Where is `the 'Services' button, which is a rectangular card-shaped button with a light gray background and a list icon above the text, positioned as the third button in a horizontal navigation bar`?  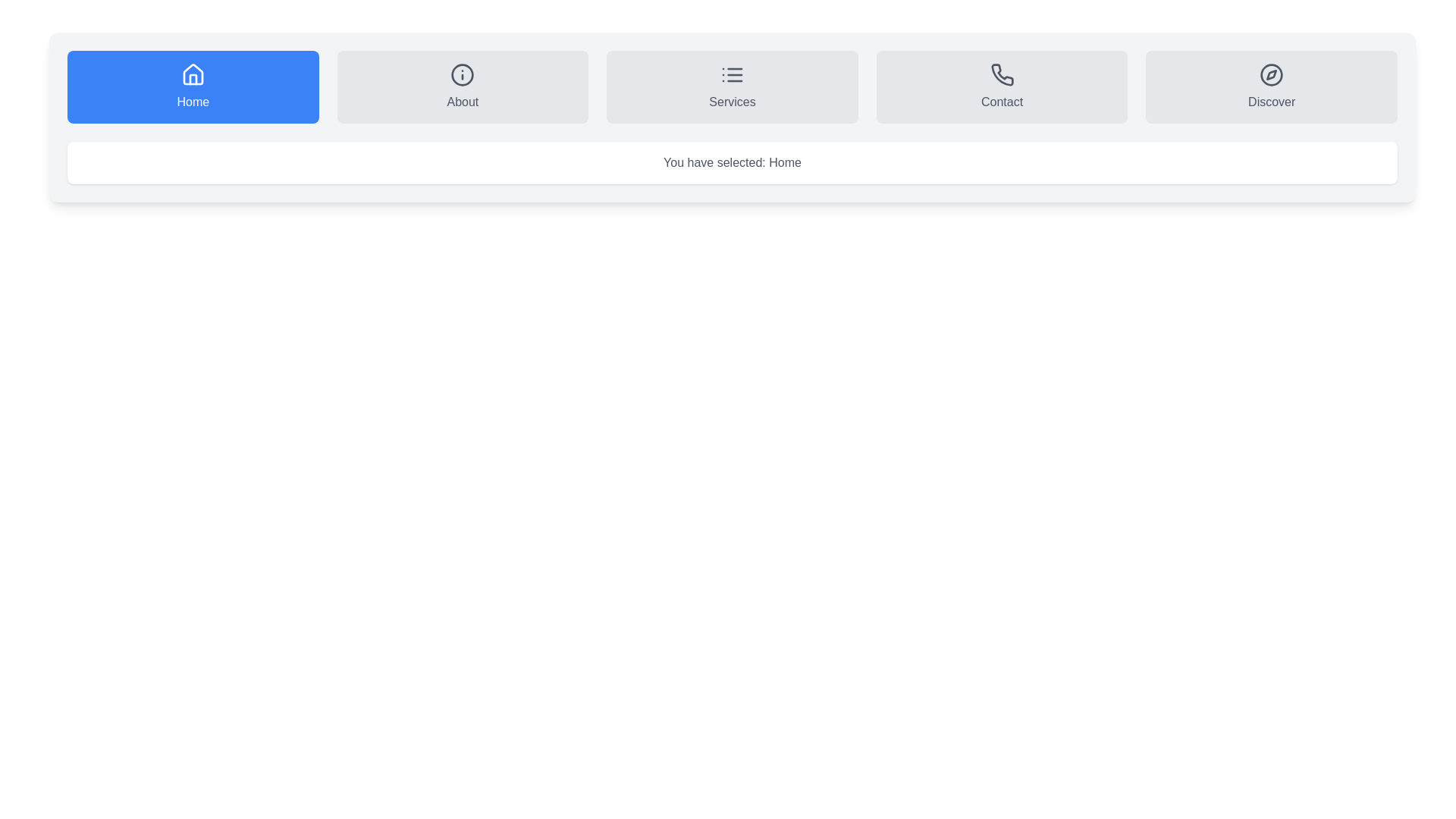 the 'Services' button, which is a rectangular card-shaped button with a light gray background and a list icon above the text, positioned as the third button in a horizontal navigation bar is located at coordinates (732, 87).